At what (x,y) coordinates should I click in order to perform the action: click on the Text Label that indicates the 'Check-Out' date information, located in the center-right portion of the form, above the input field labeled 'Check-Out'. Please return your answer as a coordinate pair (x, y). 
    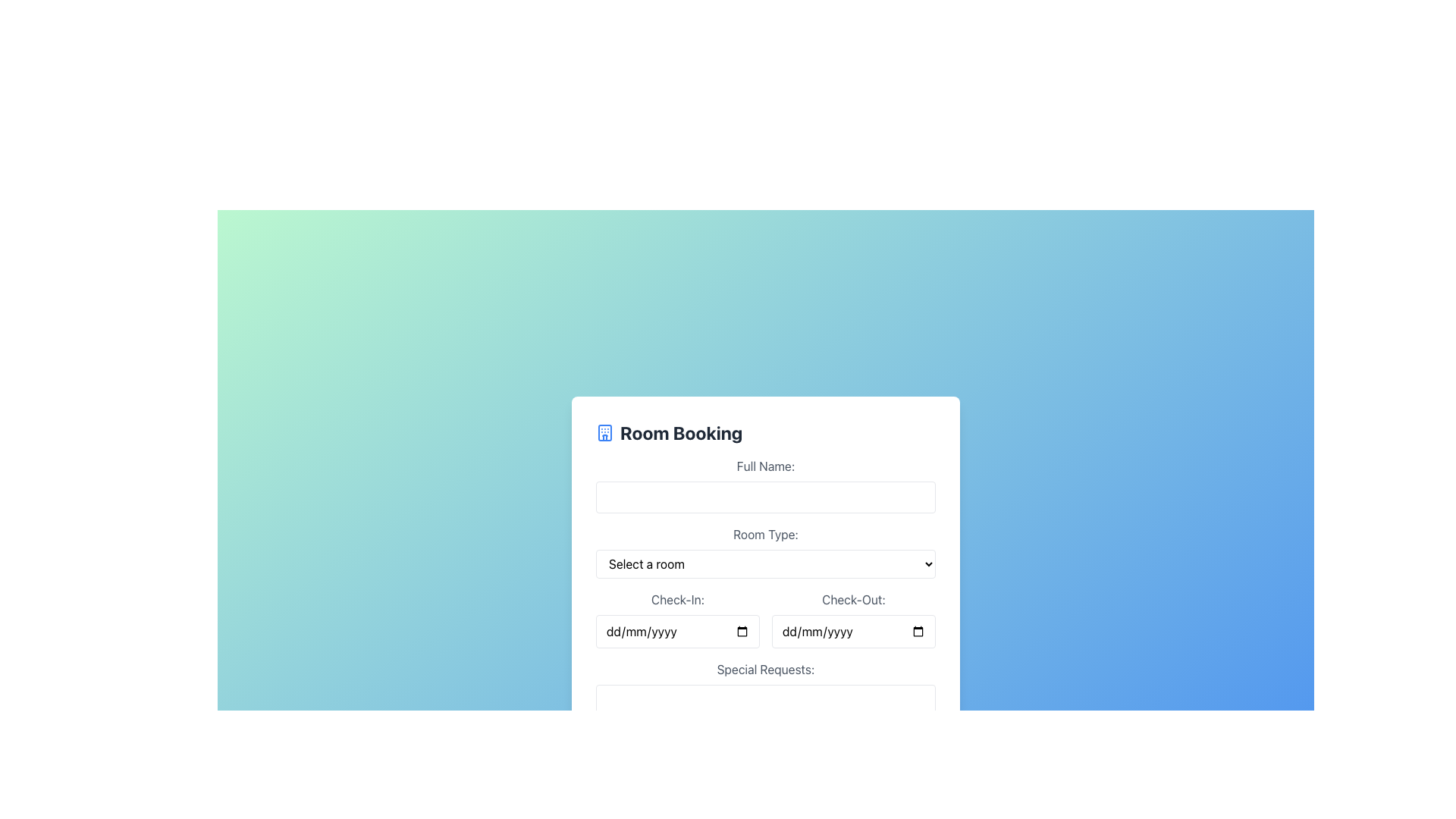
    Looking at the image, I should click on (854, 598).